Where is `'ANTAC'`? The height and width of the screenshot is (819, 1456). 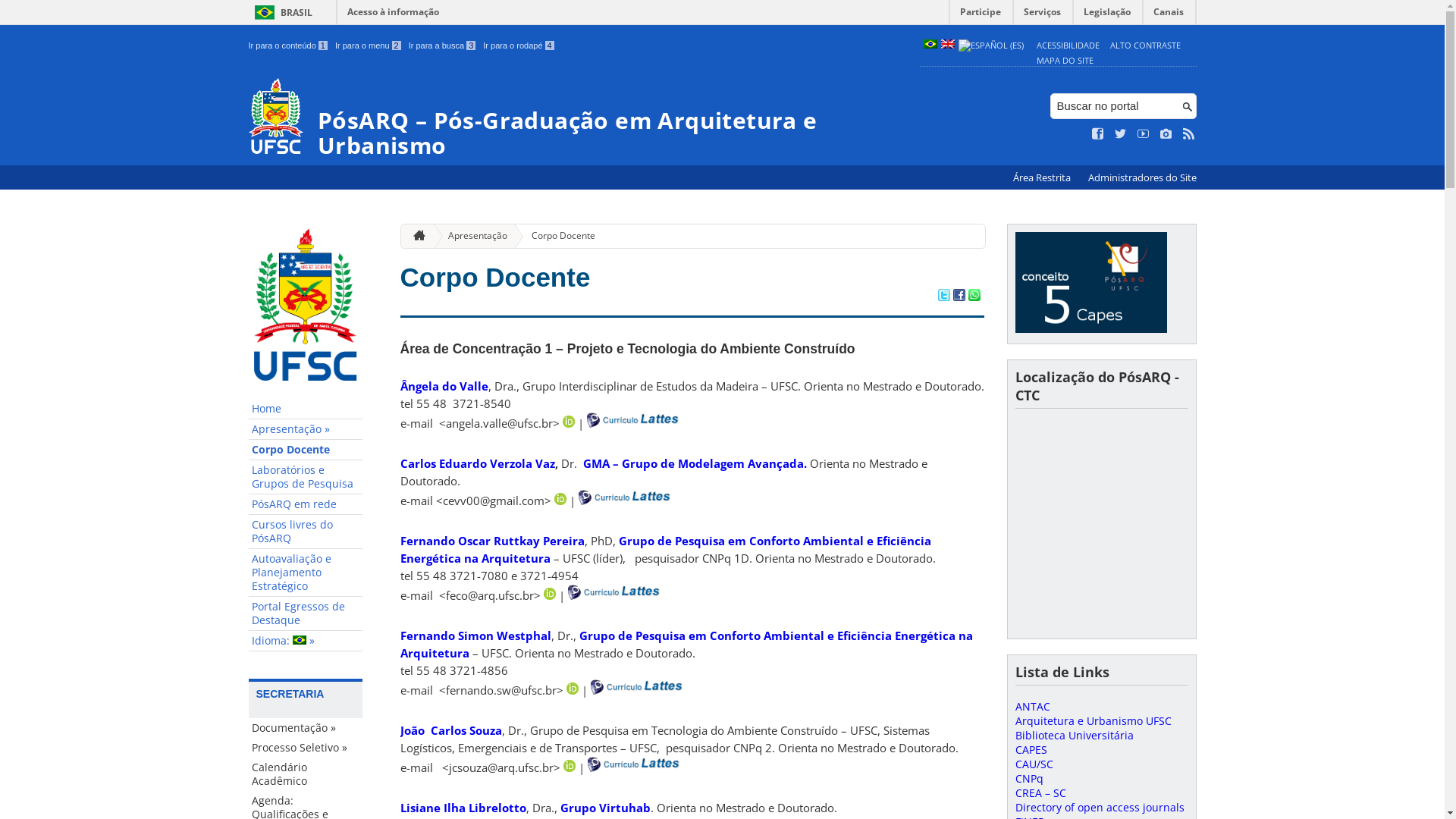
'ANTAC' is located at coordinates (1031, 706).